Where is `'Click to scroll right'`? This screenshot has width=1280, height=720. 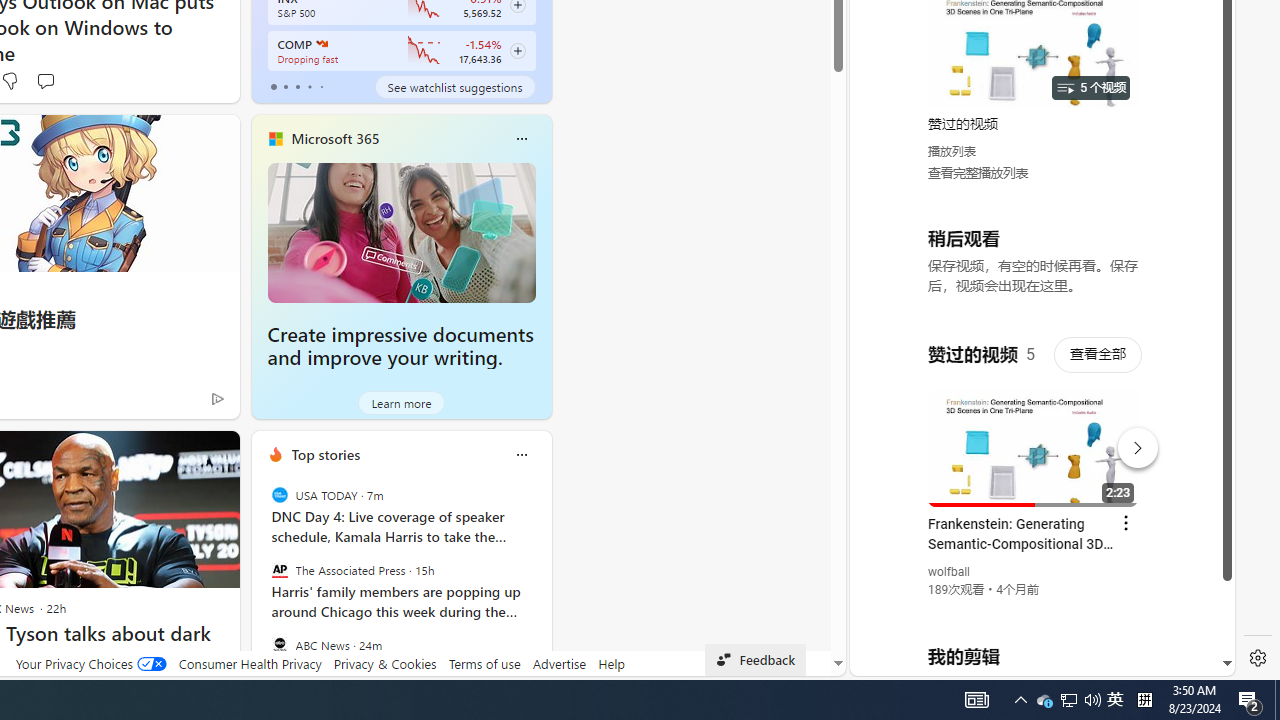 'Click to scroll right' is located at coordinates (1196, 82).